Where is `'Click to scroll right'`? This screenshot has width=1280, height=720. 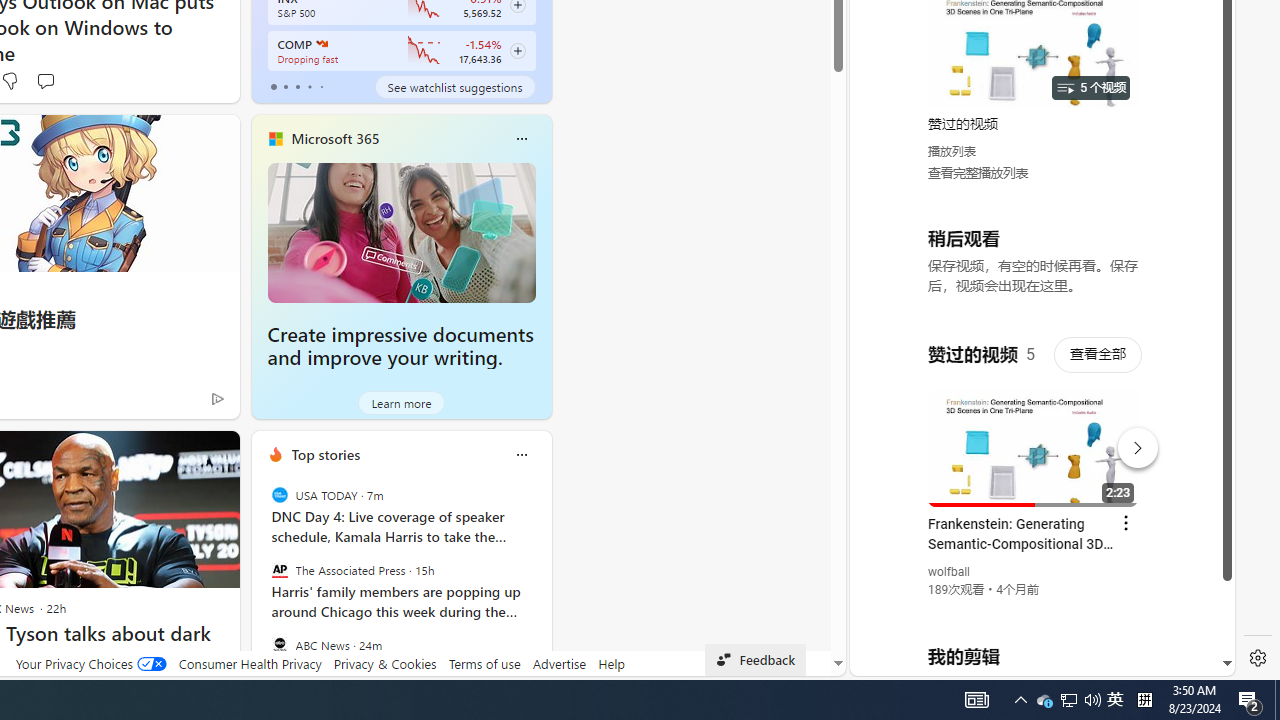 'Click to scroll right' is located at coordinates (1196, 82).